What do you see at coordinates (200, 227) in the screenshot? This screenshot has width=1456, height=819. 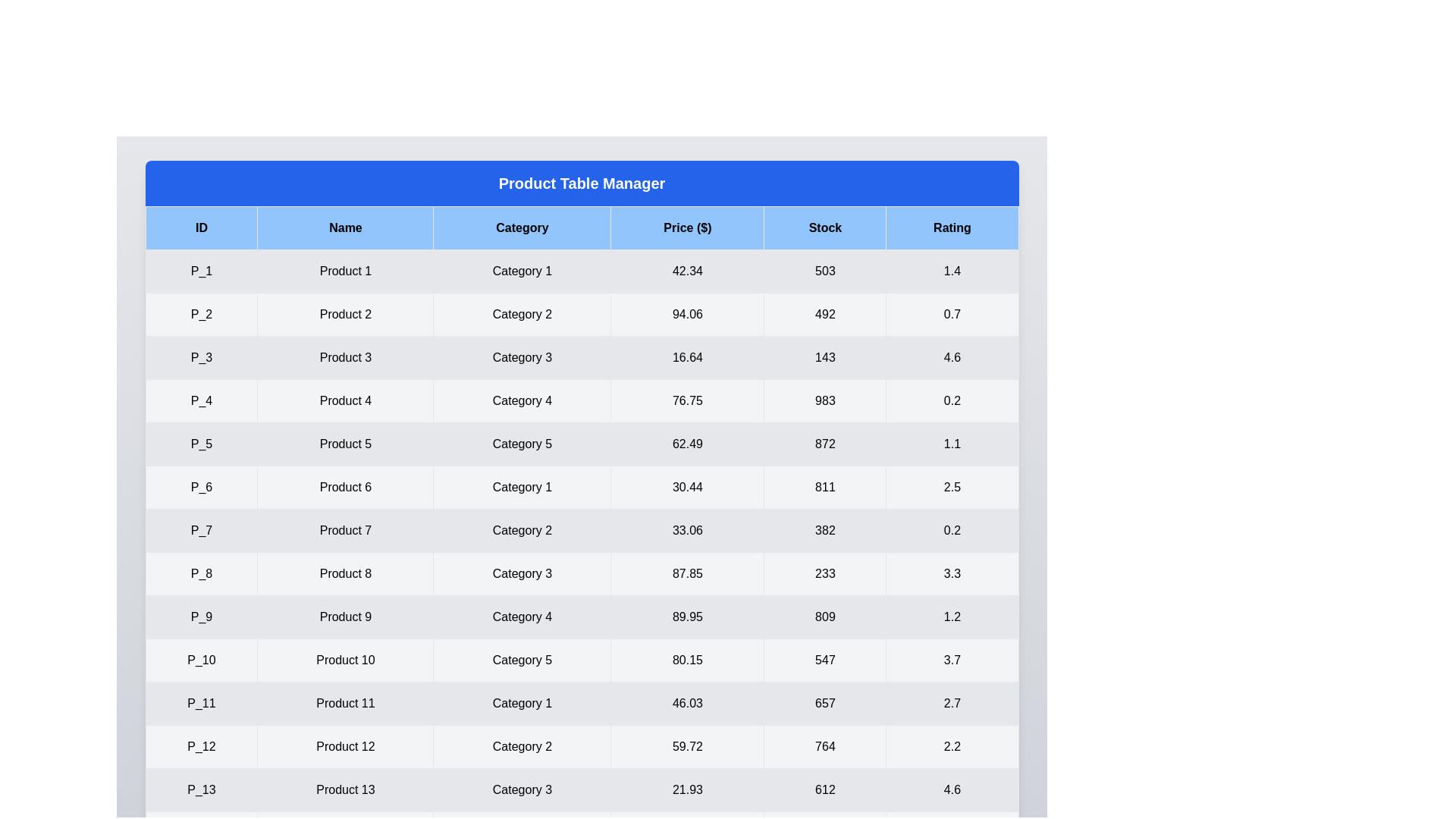 I see `the header of the column ID` at bounding box center [200, 227].